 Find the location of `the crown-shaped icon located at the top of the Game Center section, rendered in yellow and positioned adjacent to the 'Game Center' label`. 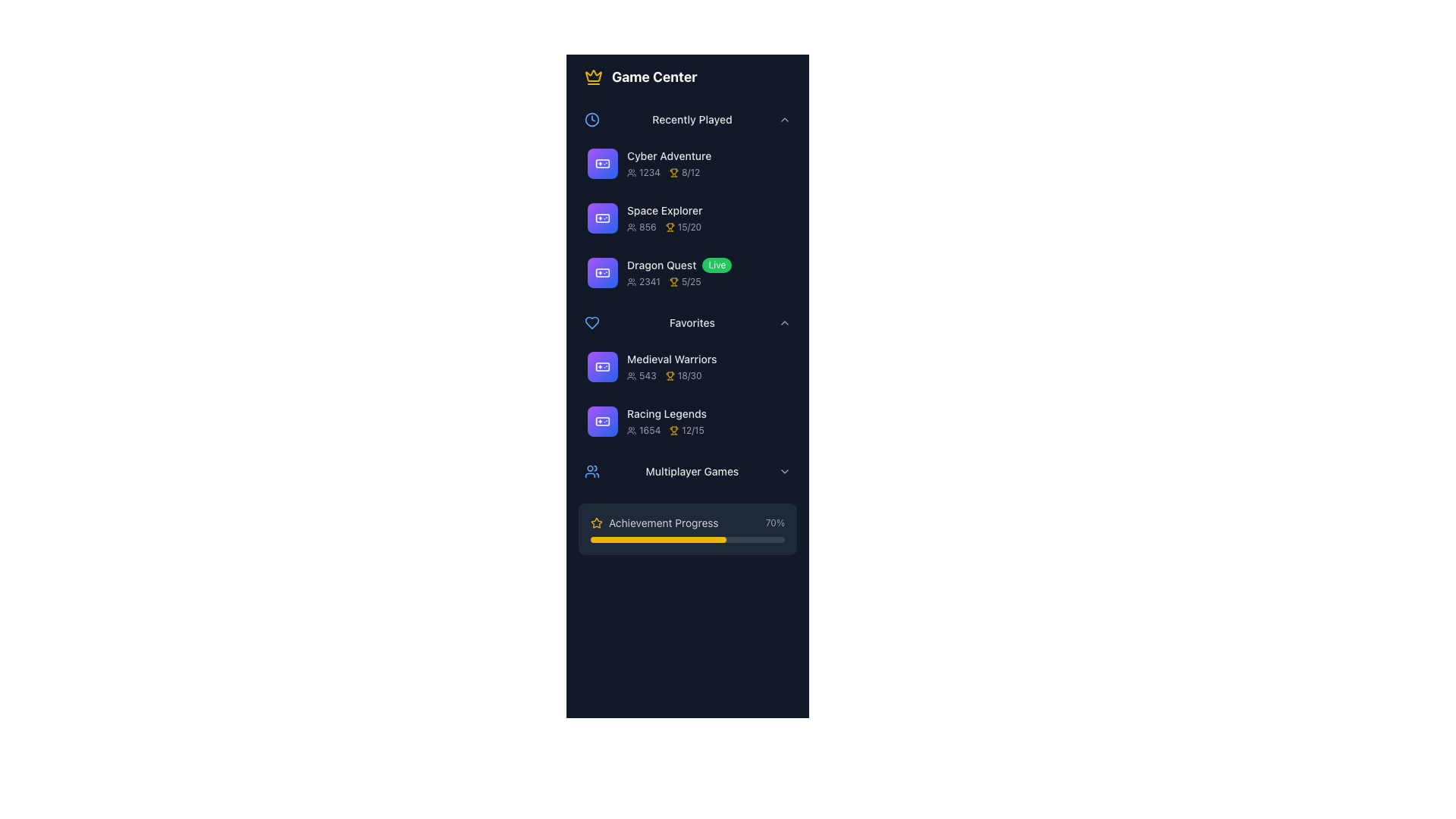

the crown-shaped icon located at the top of the Game Center section, rendered in yellow and positioned adjacent to the 'Game Center' label is located at coordinates (592, 76).